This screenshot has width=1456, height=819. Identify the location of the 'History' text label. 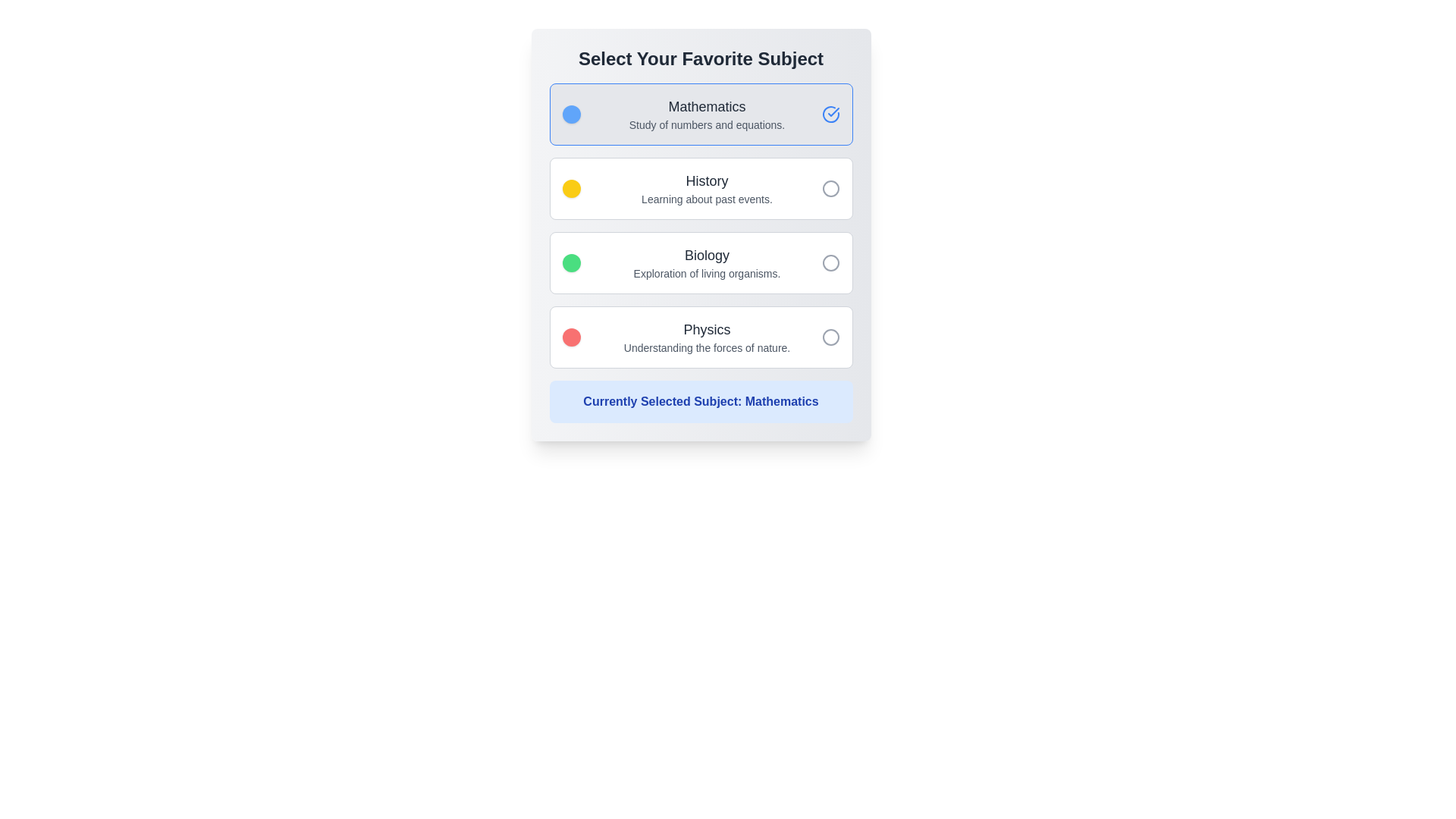
(706, 180).